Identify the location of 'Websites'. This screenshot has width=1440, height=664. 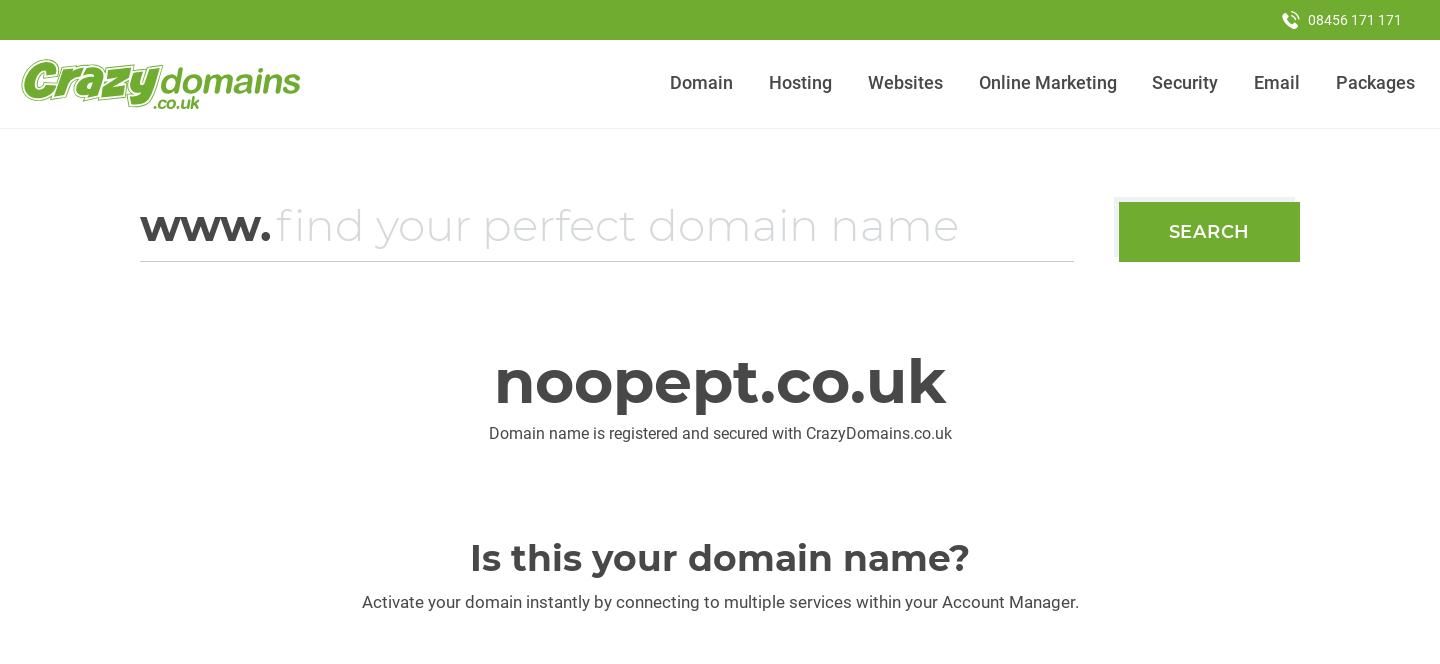
(904, 83).